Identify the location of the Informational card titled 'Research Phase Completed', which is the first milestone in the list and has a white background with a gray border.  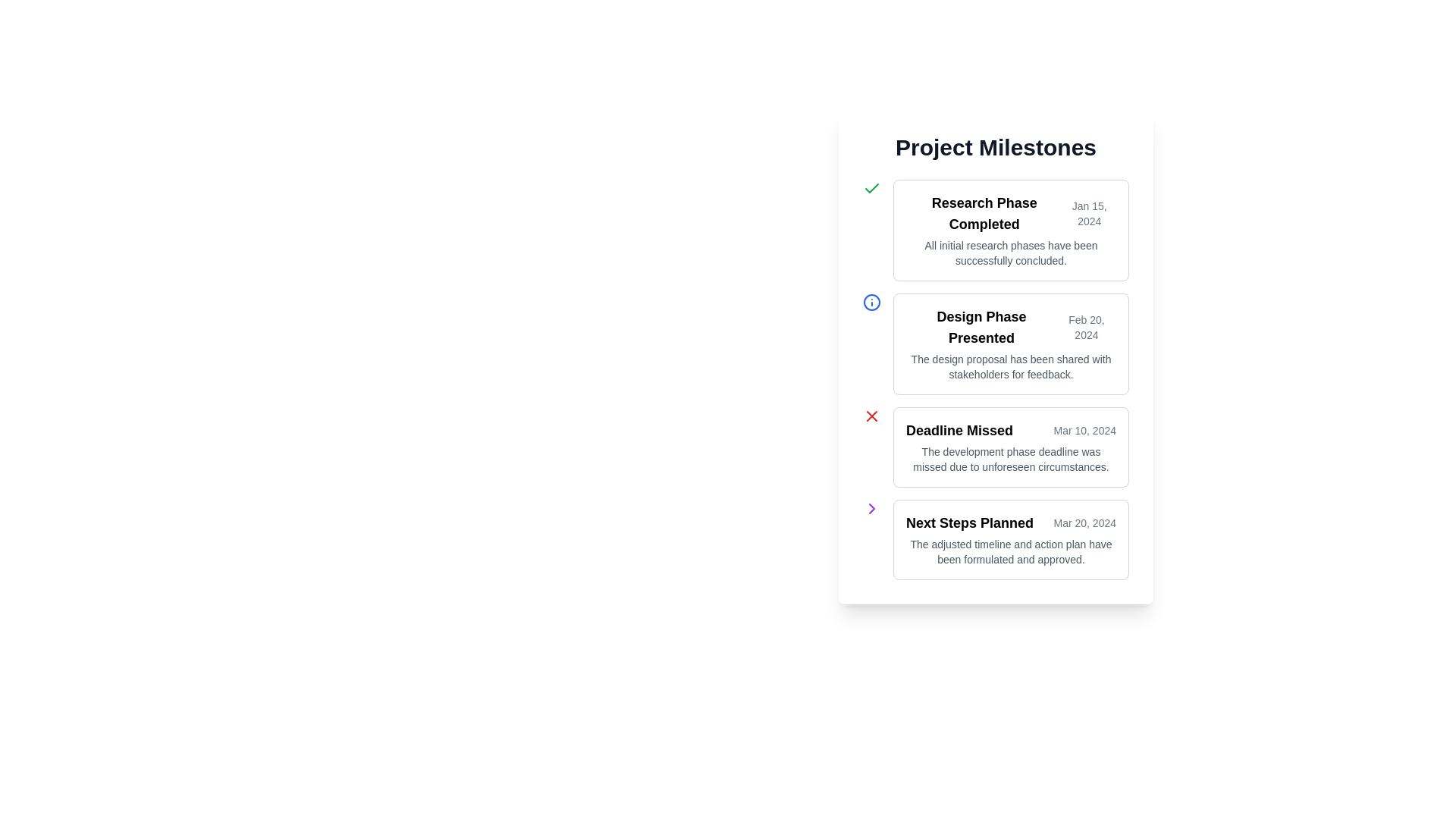
(1011, 231).